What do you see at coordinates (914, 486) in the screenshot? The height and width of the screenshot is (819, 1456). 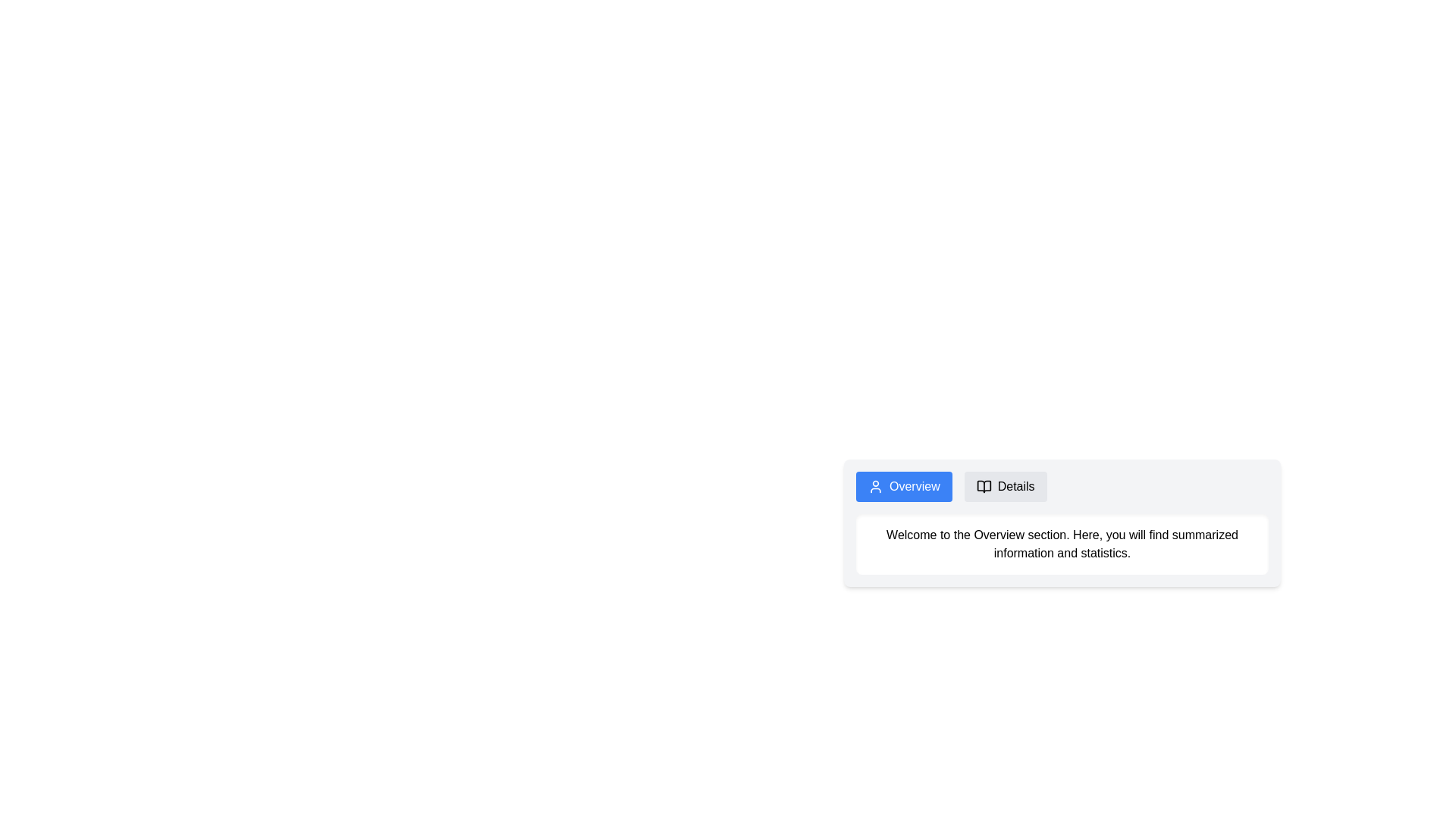 I see `the 'Overview' button's text label` at bounding box center [914, 486].